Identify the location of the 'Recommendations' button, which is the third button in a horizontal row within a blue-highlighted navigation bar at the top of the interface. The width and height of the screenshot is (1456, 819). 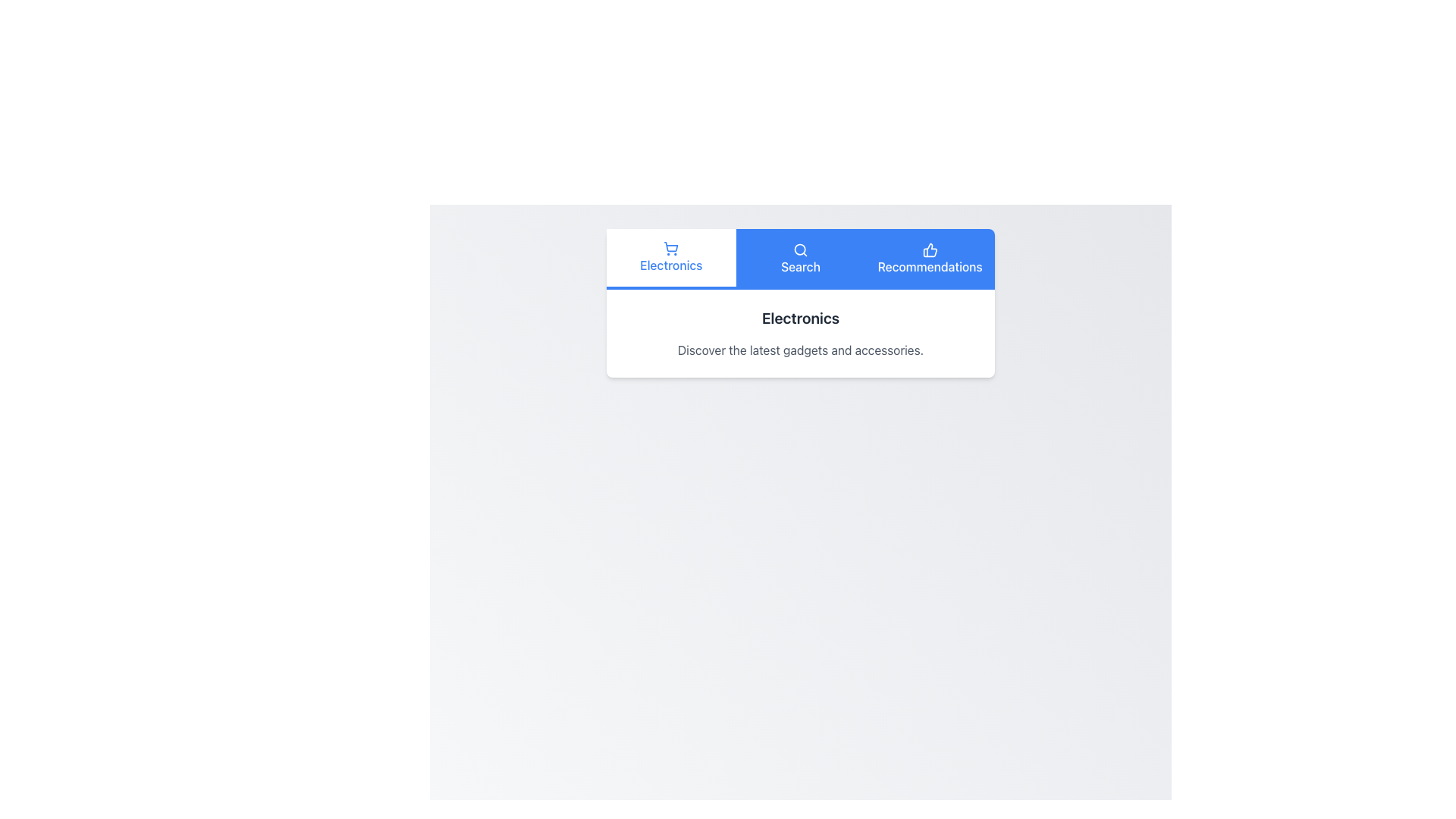
(929, 259).